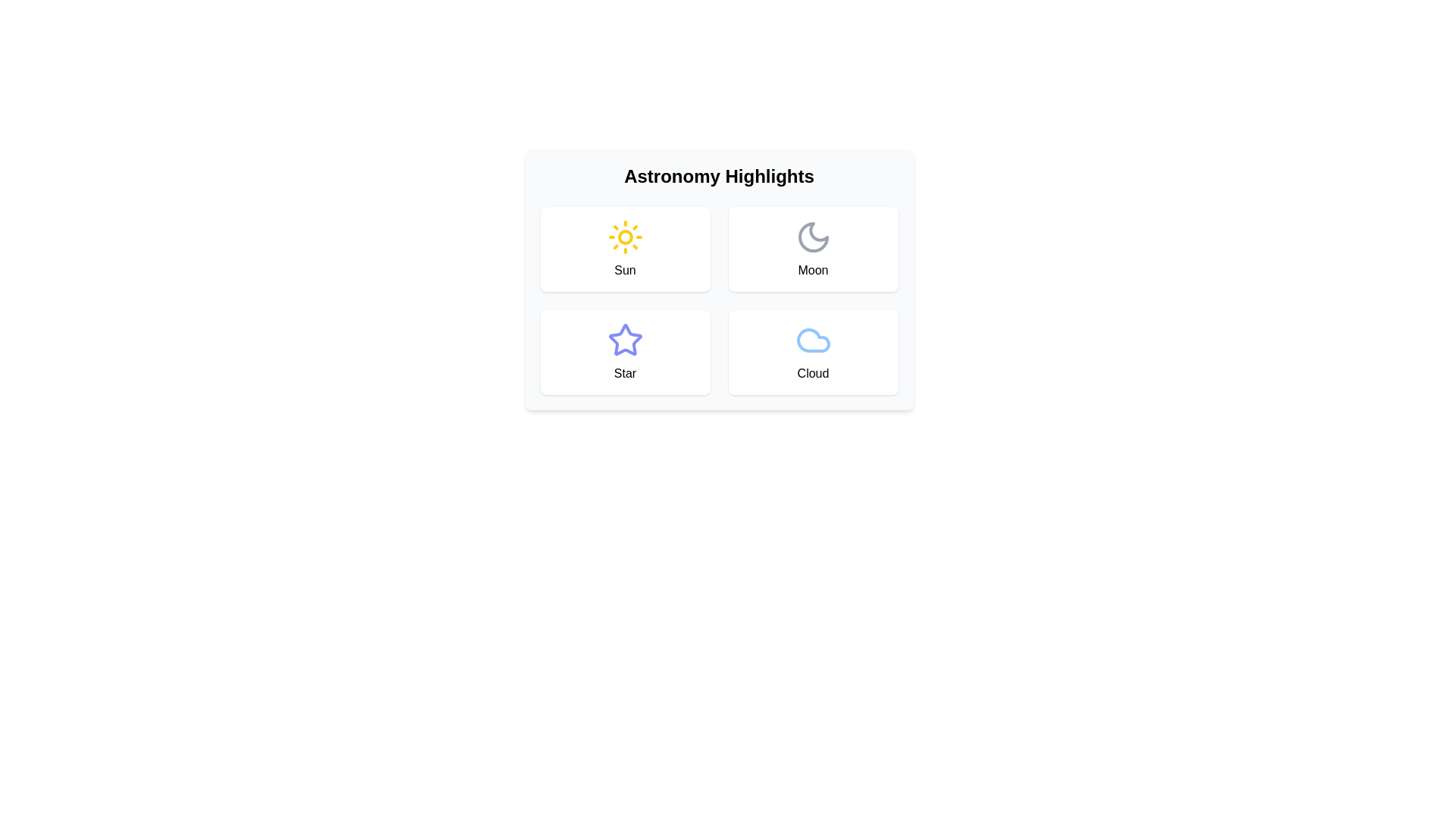 This screenshot has width=1456, height=819. What do you see at coordinates (812, 248) in the screenshot?
I see `the informational card representing 'Moon' in the grid layout, which is the second item in the top row, located to the right of the 'Sun' card and above the 'Cloud' card` at bounding box center [812, 248].